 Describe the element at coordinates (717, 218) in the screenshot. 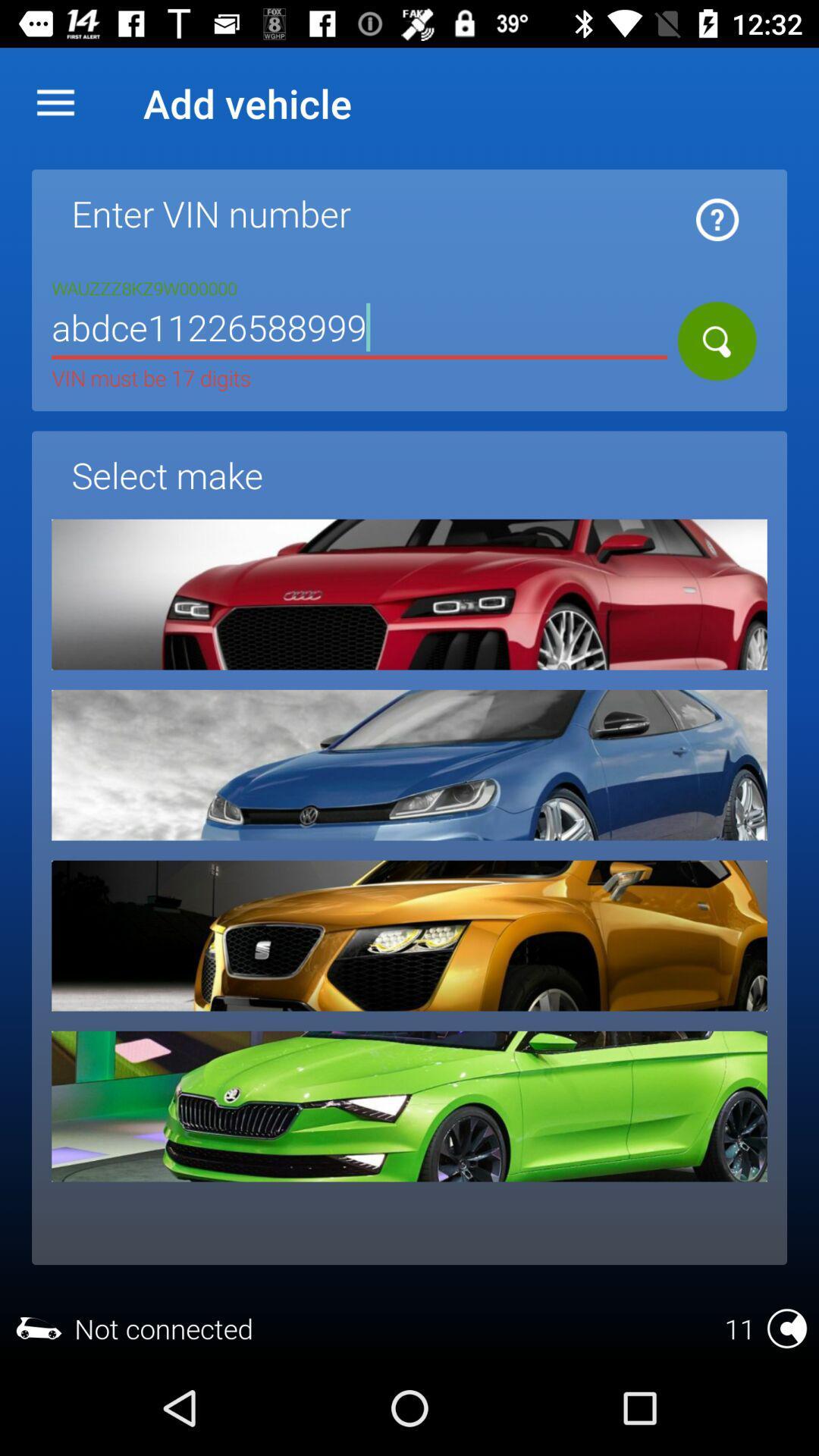

I see `click for information` at that location.